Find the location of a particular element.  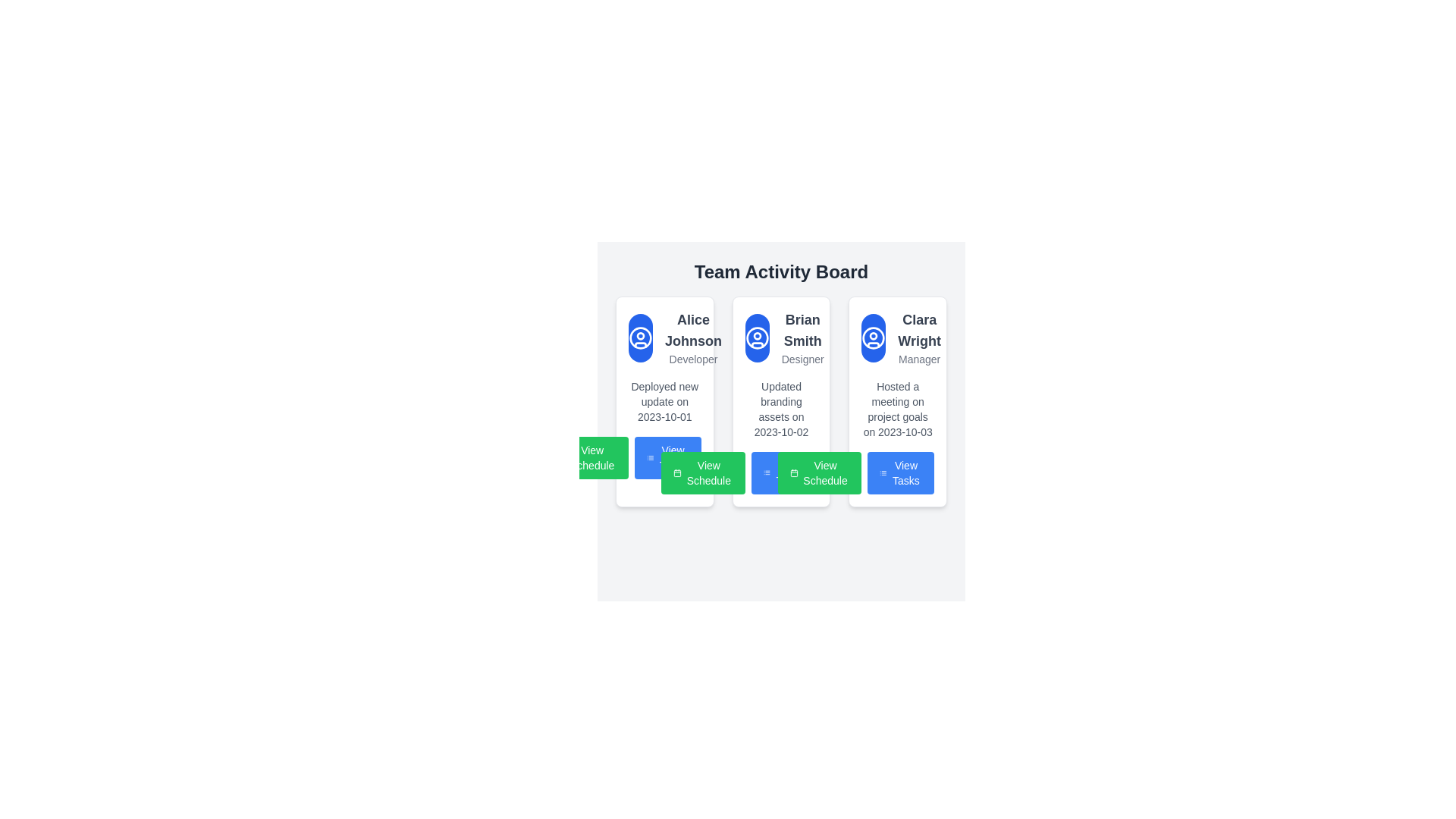

the large blue circular SVG Circle that serves as the outer frame of the avatar icon in the leftmost card of the 'Team Activity Board' is located at coordinates (640, 337).